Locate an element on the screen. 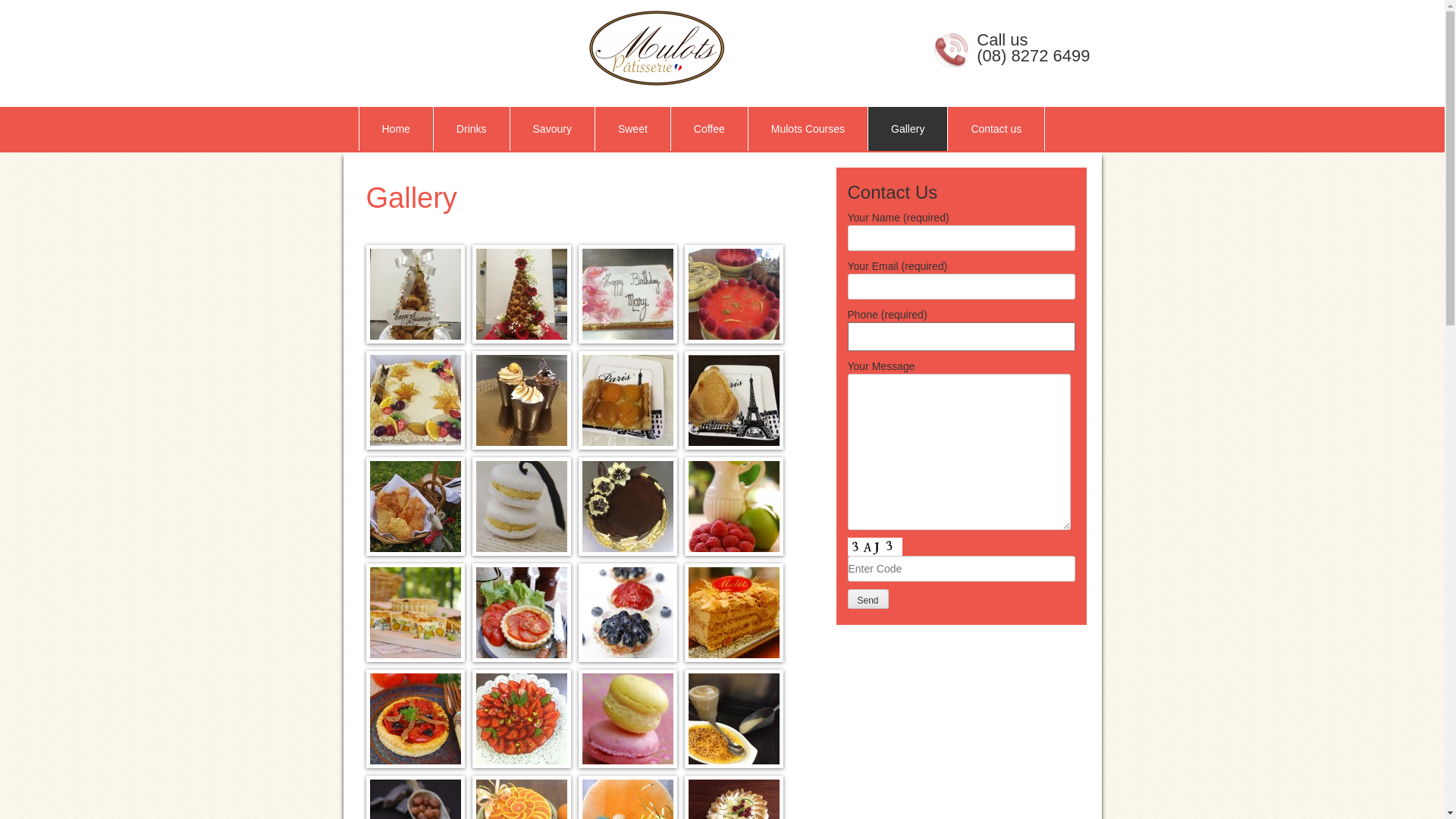  'Mulots Patisserie' is located at coordinates (544, 46).